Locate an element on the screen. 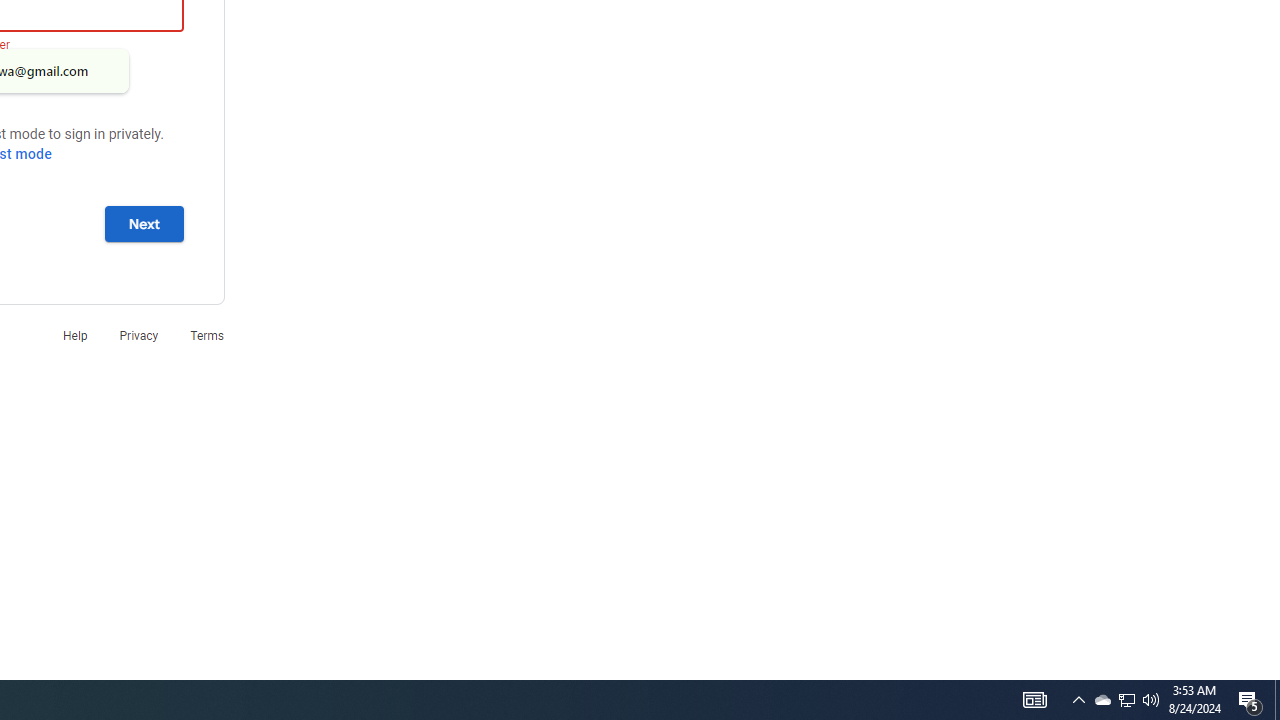 This screenshot has height=720, width=1280. 'Next' is located at coordinates (143, 223).